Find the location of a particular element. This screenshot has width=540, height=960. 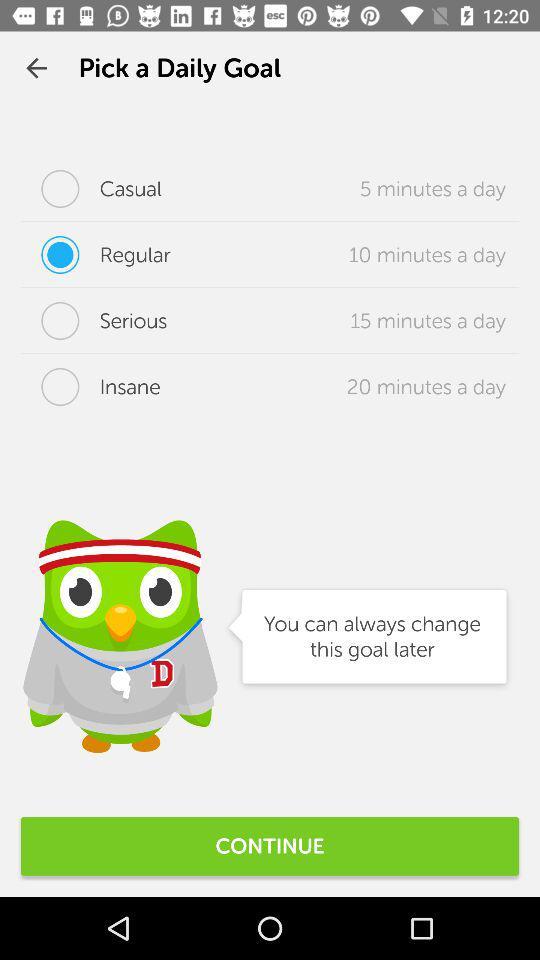

icon next to 20 minutes a icon is located at coordinates (89, 385).